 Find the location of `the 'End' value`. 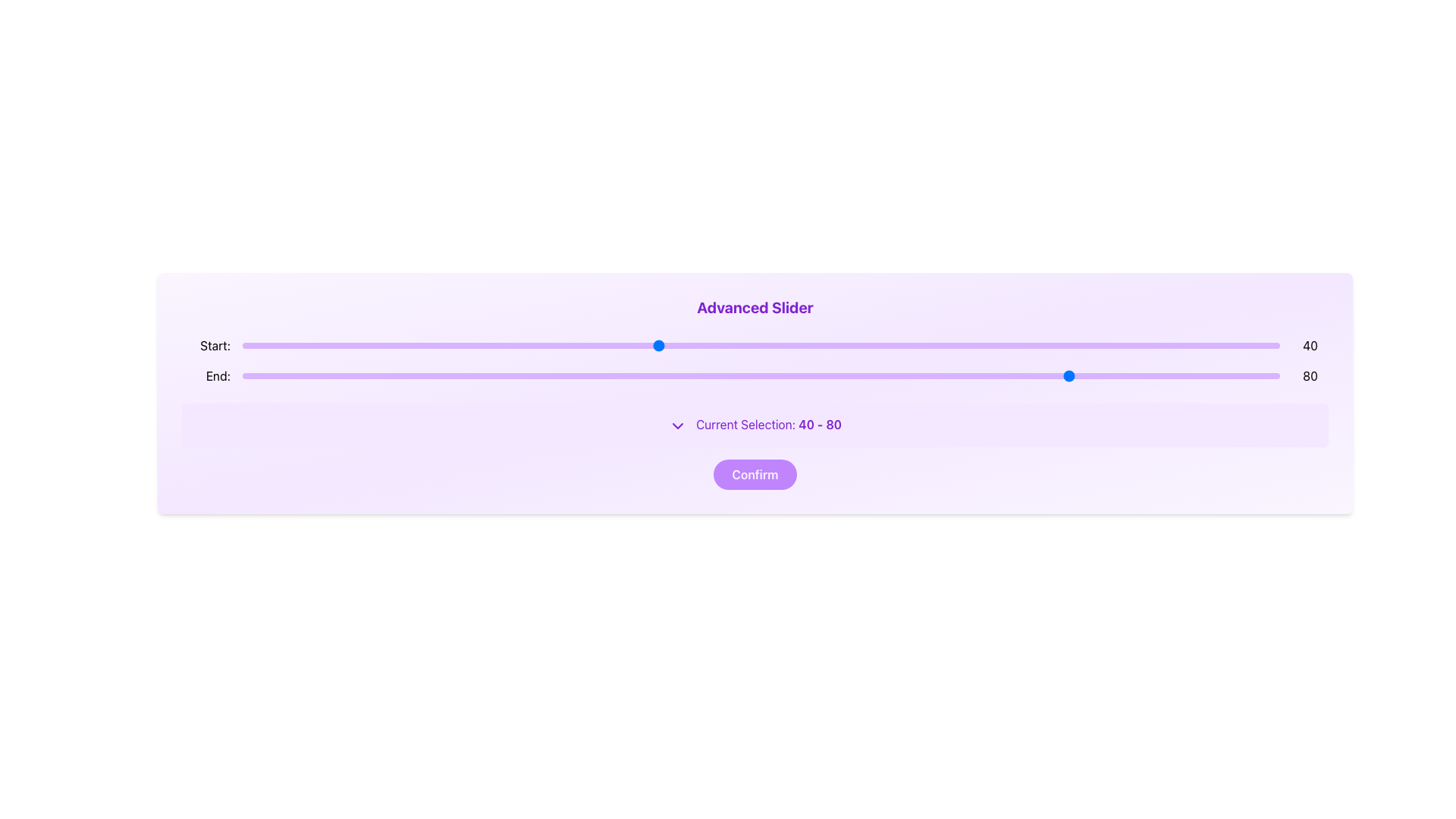

the 'End' value is located at coordinates (398, 375).